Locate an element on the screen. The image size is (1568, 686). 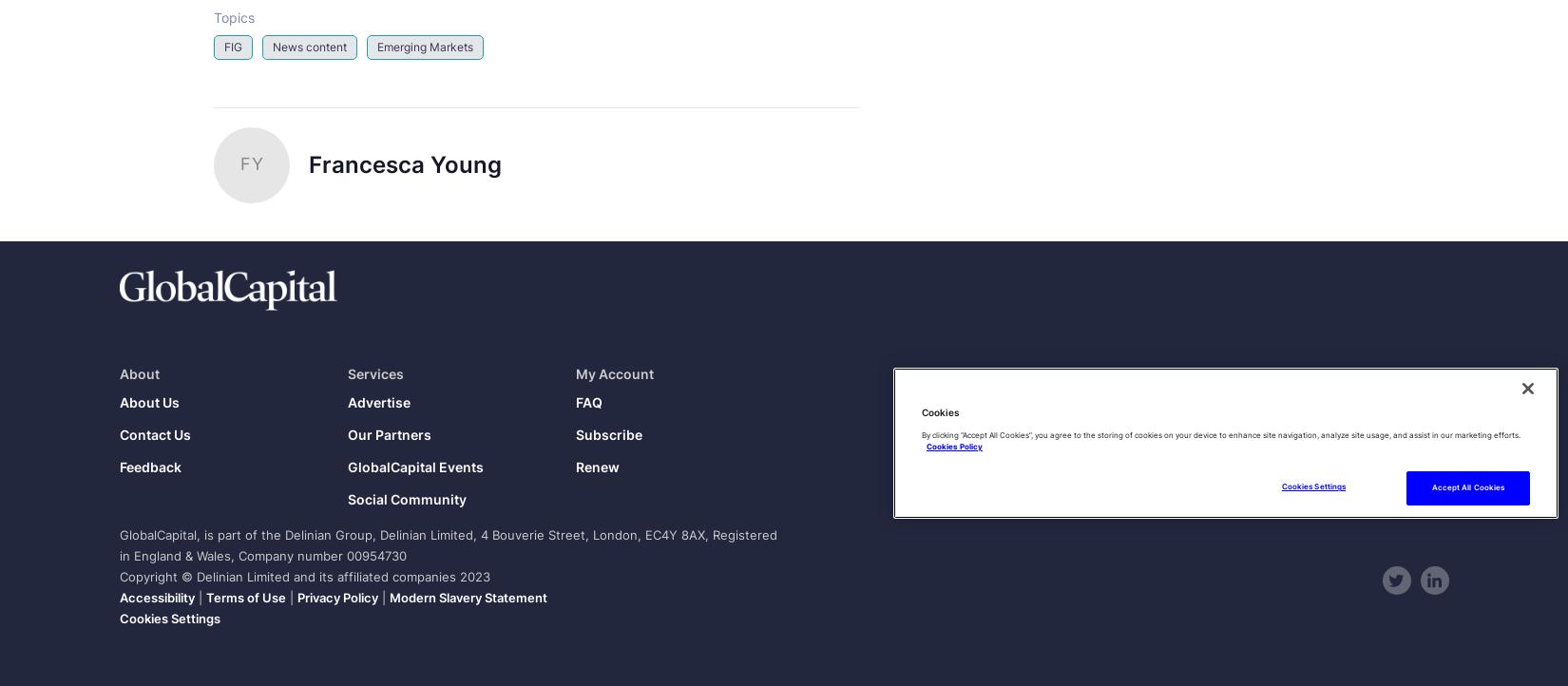
'Services' is located at coordinates (374, 373).